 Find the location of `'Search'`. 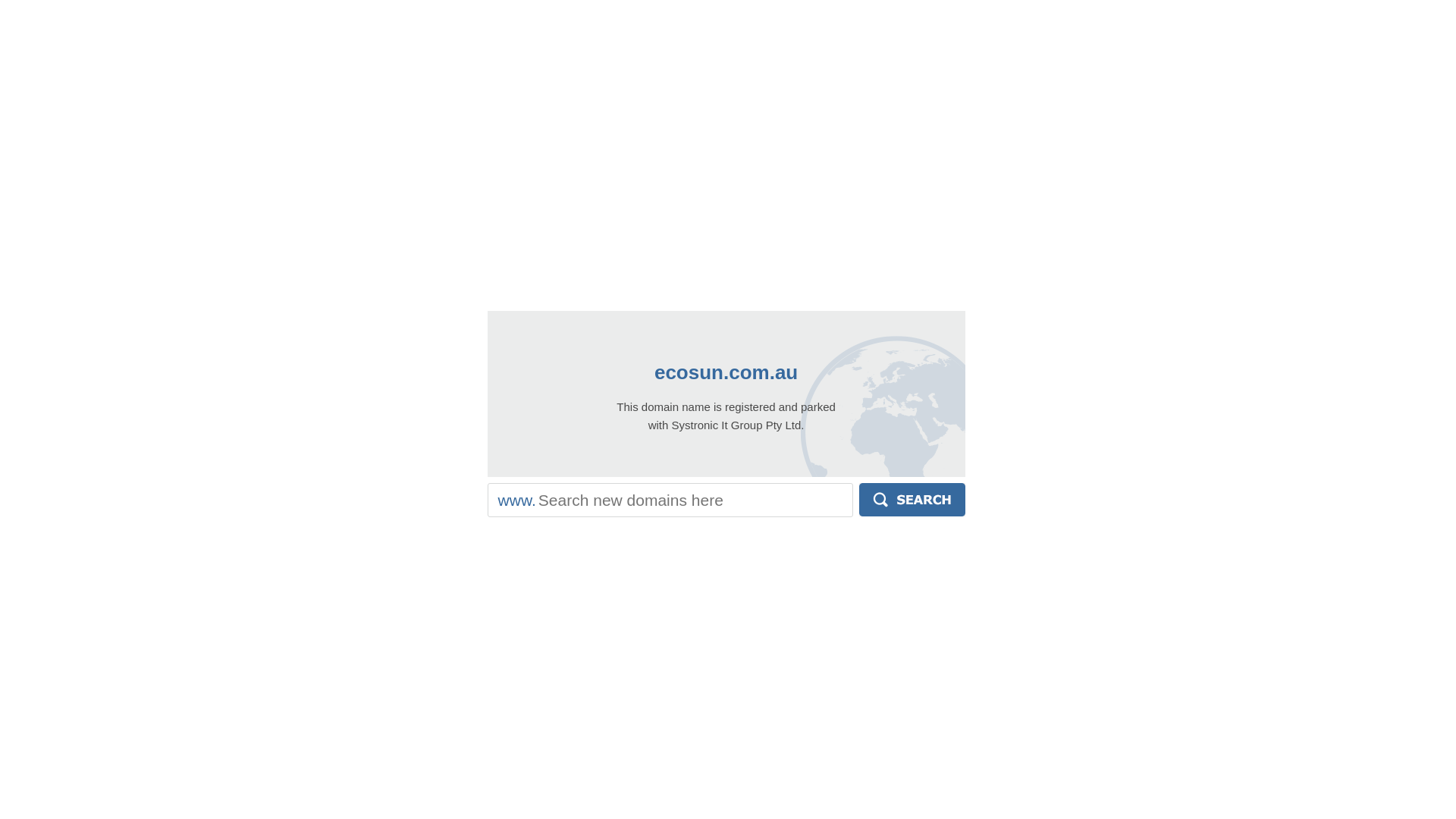

'Search' is located at coordinates (912, 500).